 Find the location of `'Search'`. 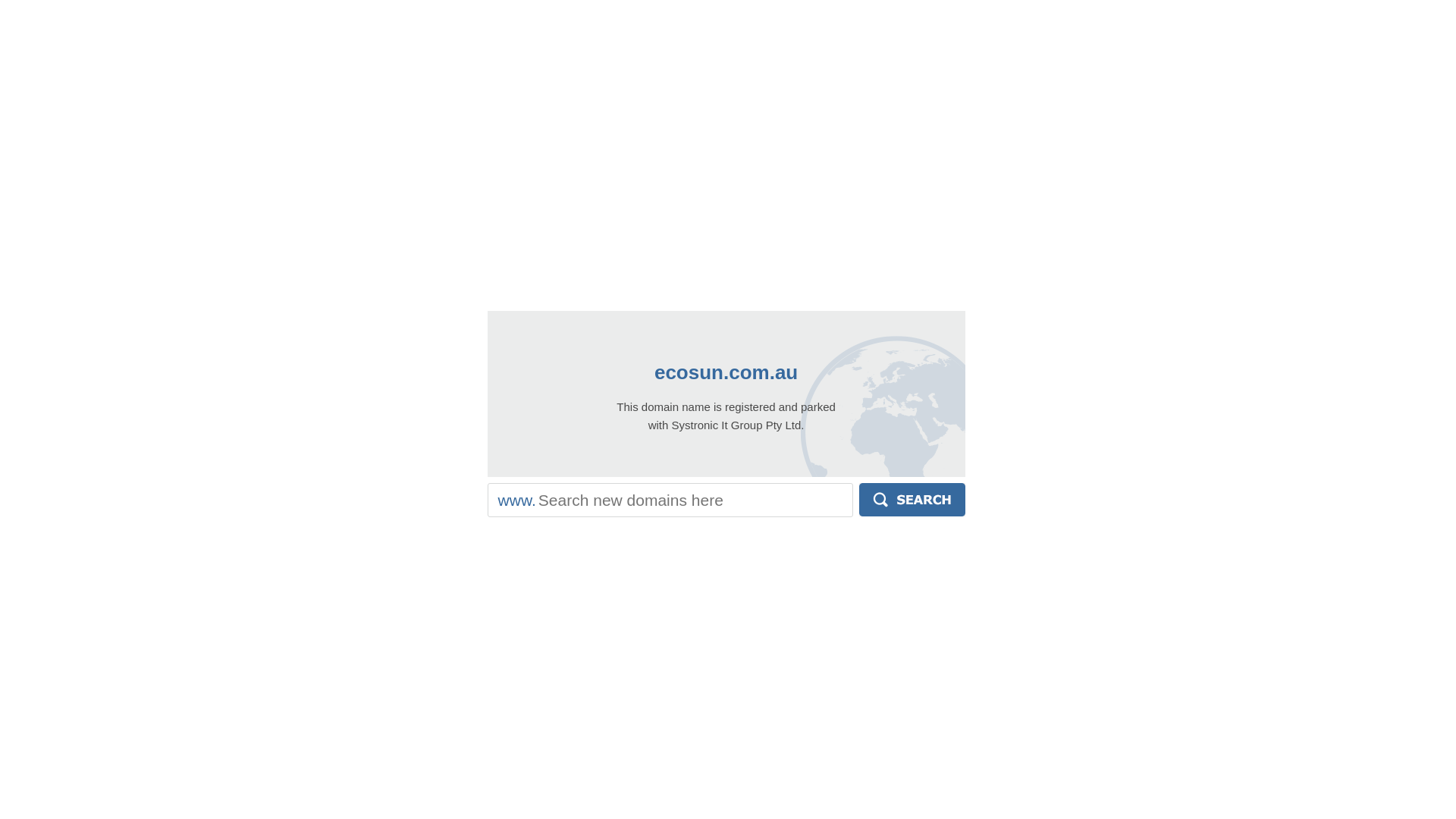

'Search' is located at coordinates (912, 500).